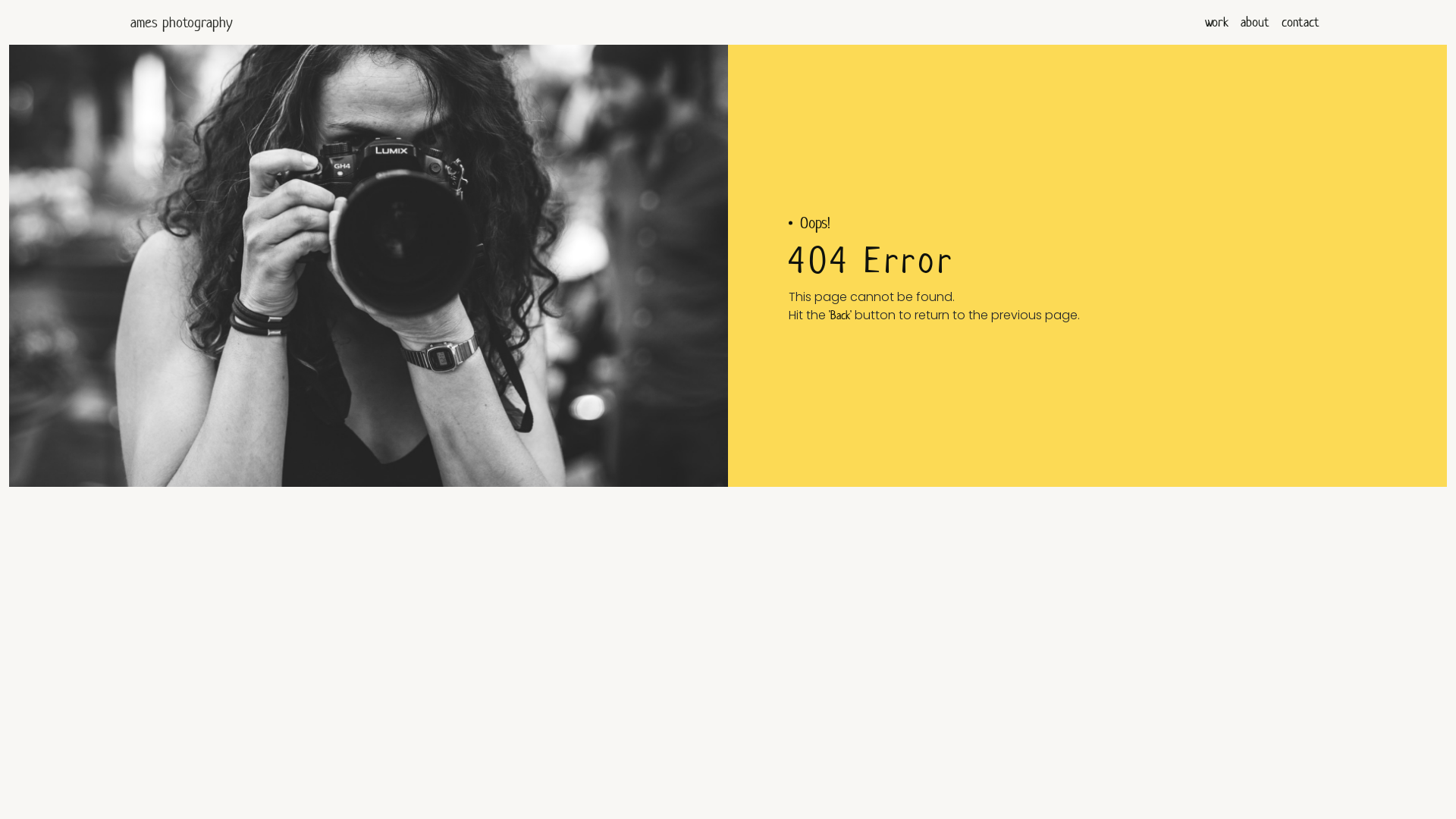  I want to click on 'ames photography', so click(130, 23).